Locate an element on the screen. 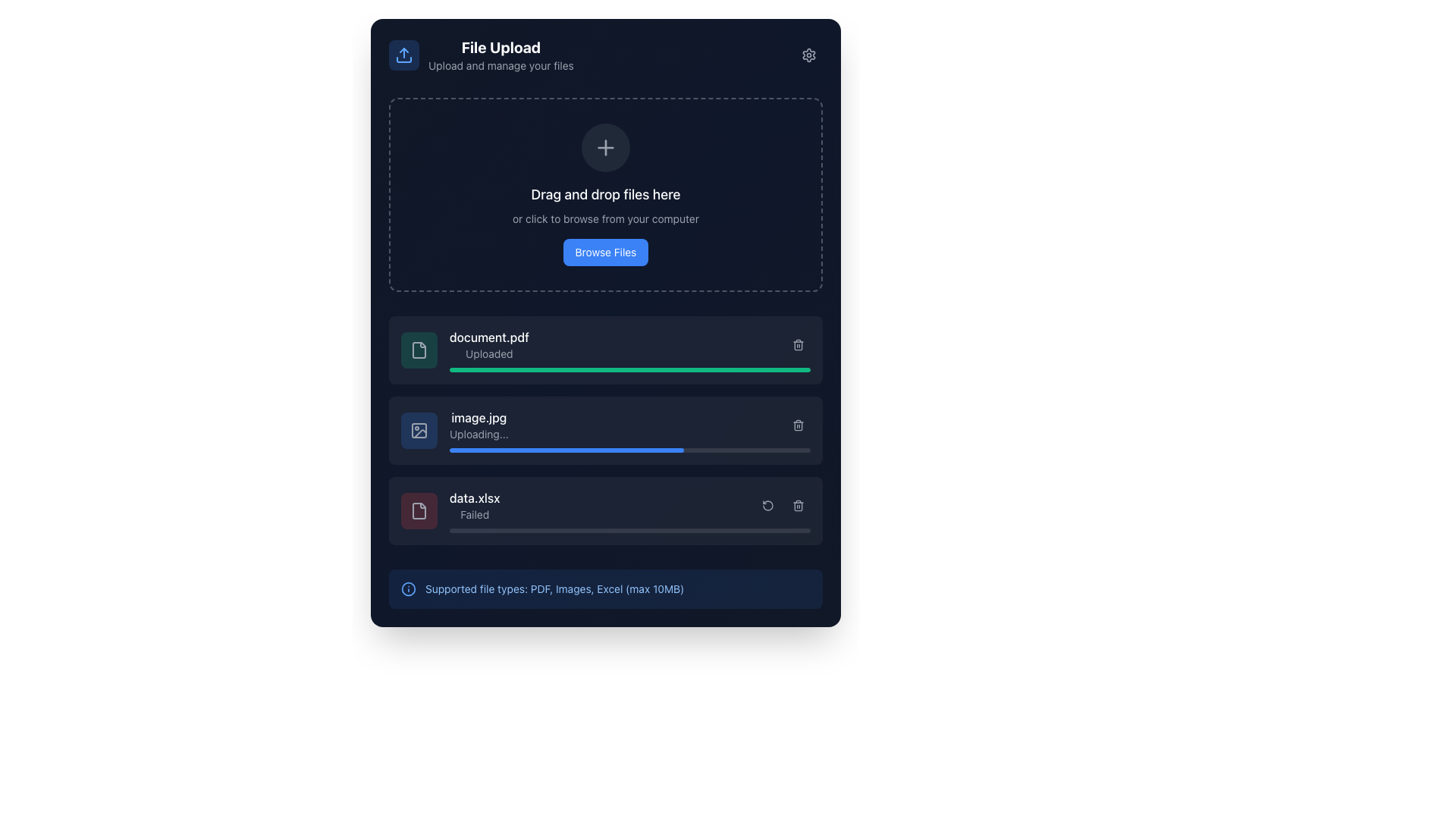 The image size is (1456, 819). the Text Label displaying the file name 'image.jpg' which is located in the second file entry above the status indicator 'Uploading...' is located at coordinates (478, 418).